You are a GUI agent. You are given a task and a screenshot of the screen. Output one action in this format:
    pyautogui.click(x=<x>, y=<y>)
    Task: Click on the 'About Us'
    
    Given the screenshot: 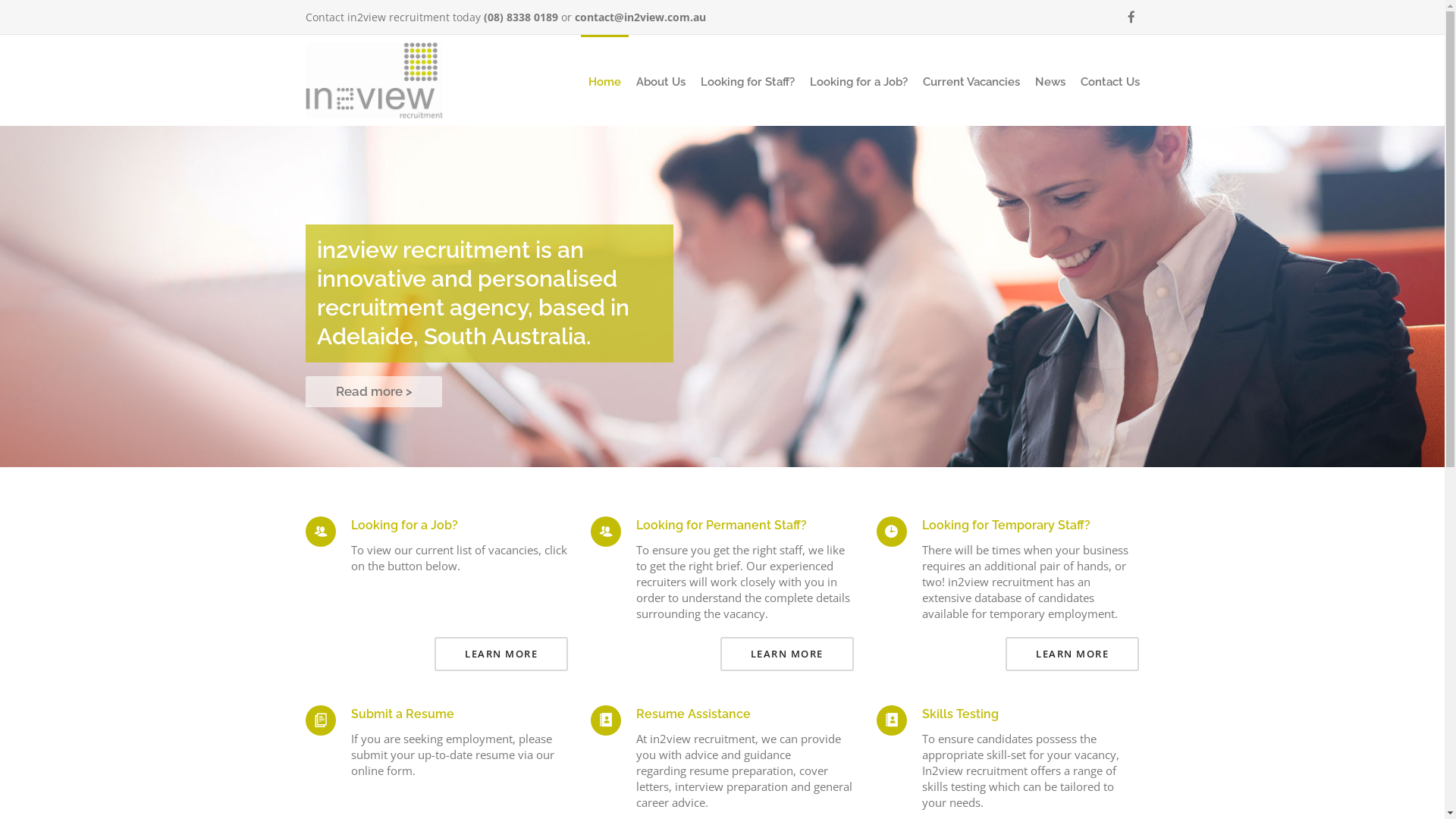 What is the action you would take?
    pyautogui.click(x=660, y=82)
    